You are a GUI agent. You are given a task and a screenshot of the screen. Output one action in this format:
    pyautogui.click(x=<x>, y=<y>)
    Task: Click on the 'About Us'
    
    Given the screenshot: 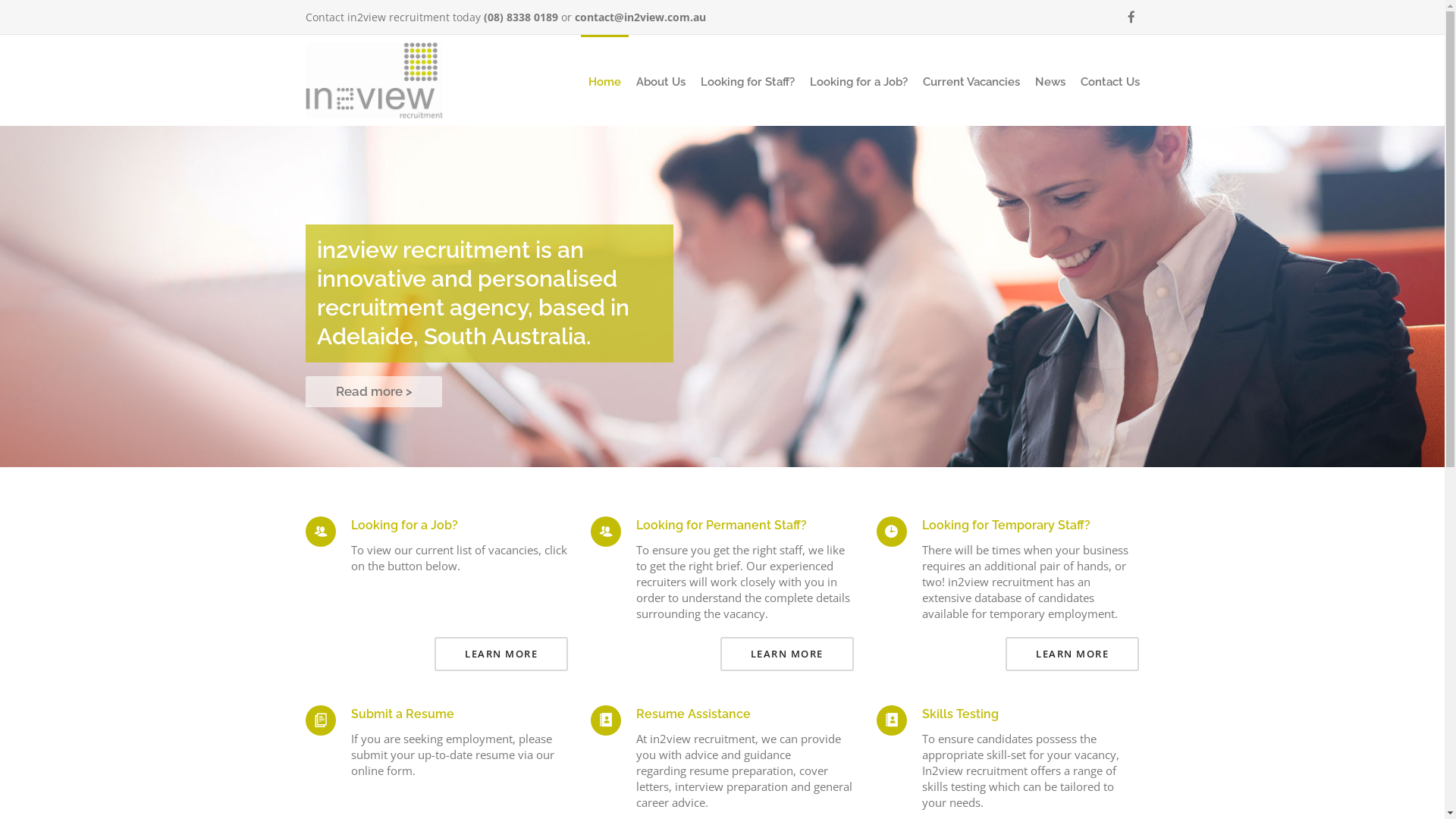 What is the action you would take?
    pyautogui.click(x=660, y=82)
    